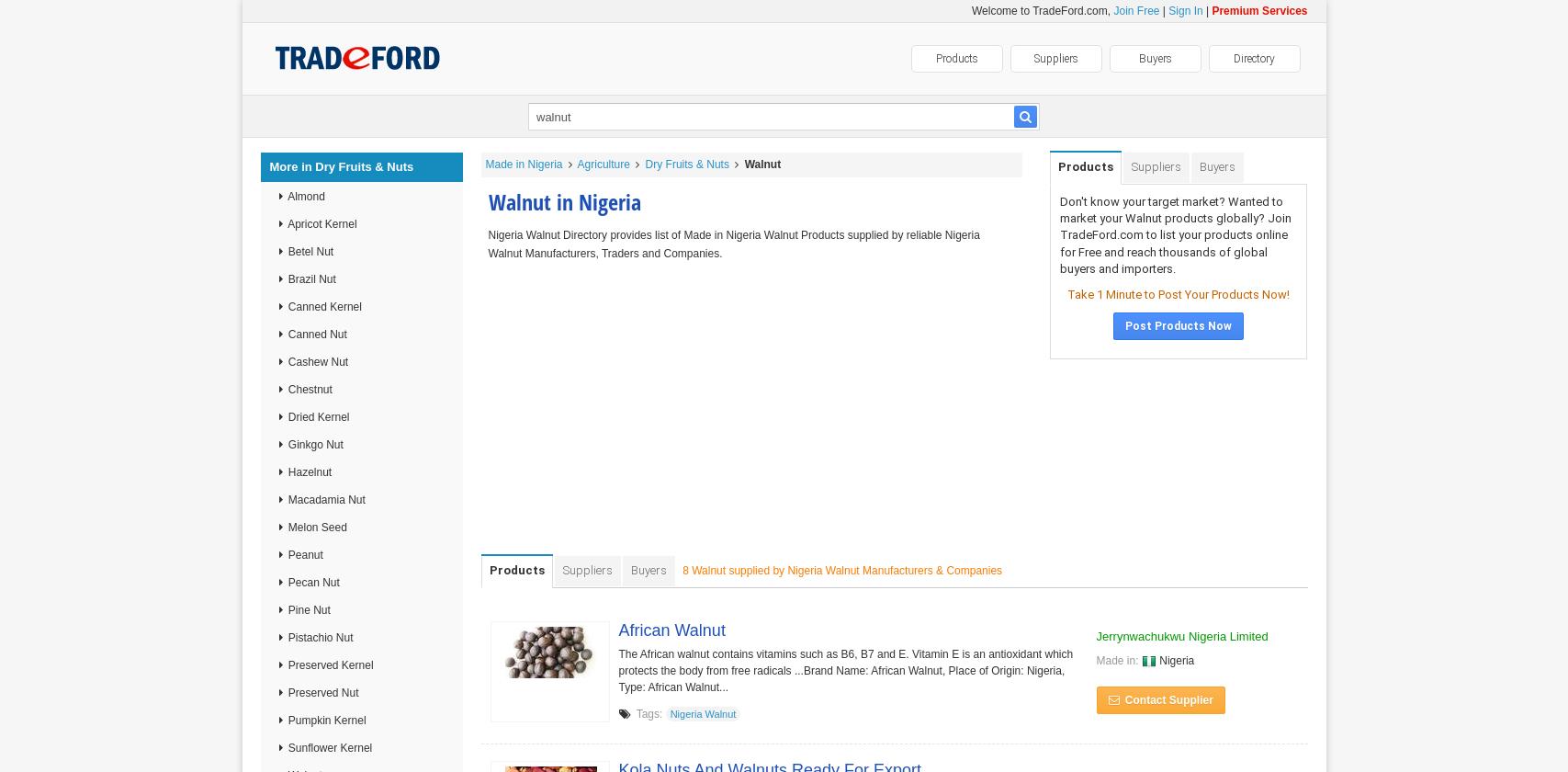 This screenshot has width=1568, height=772. I want to click on 'Hazelnut', so click(308, 471).